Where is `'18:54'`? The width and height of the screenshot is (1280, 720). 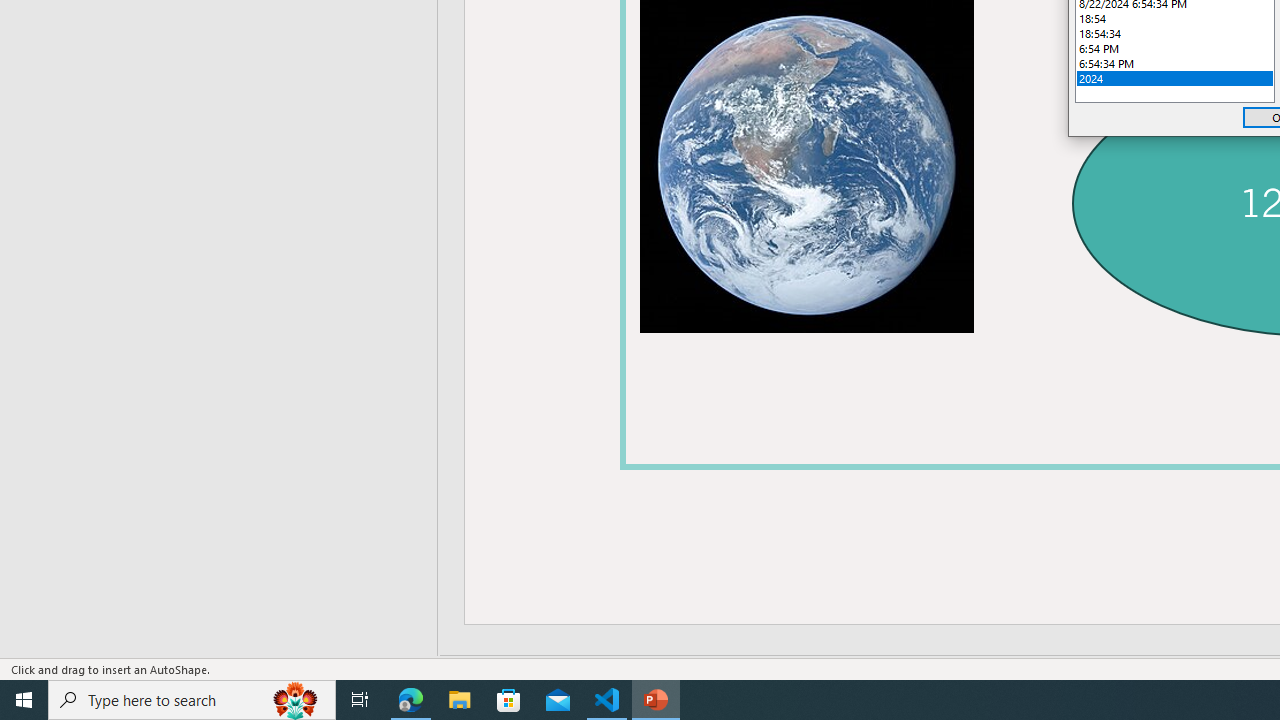
'18:54' is located at coordinates (1175, 18).